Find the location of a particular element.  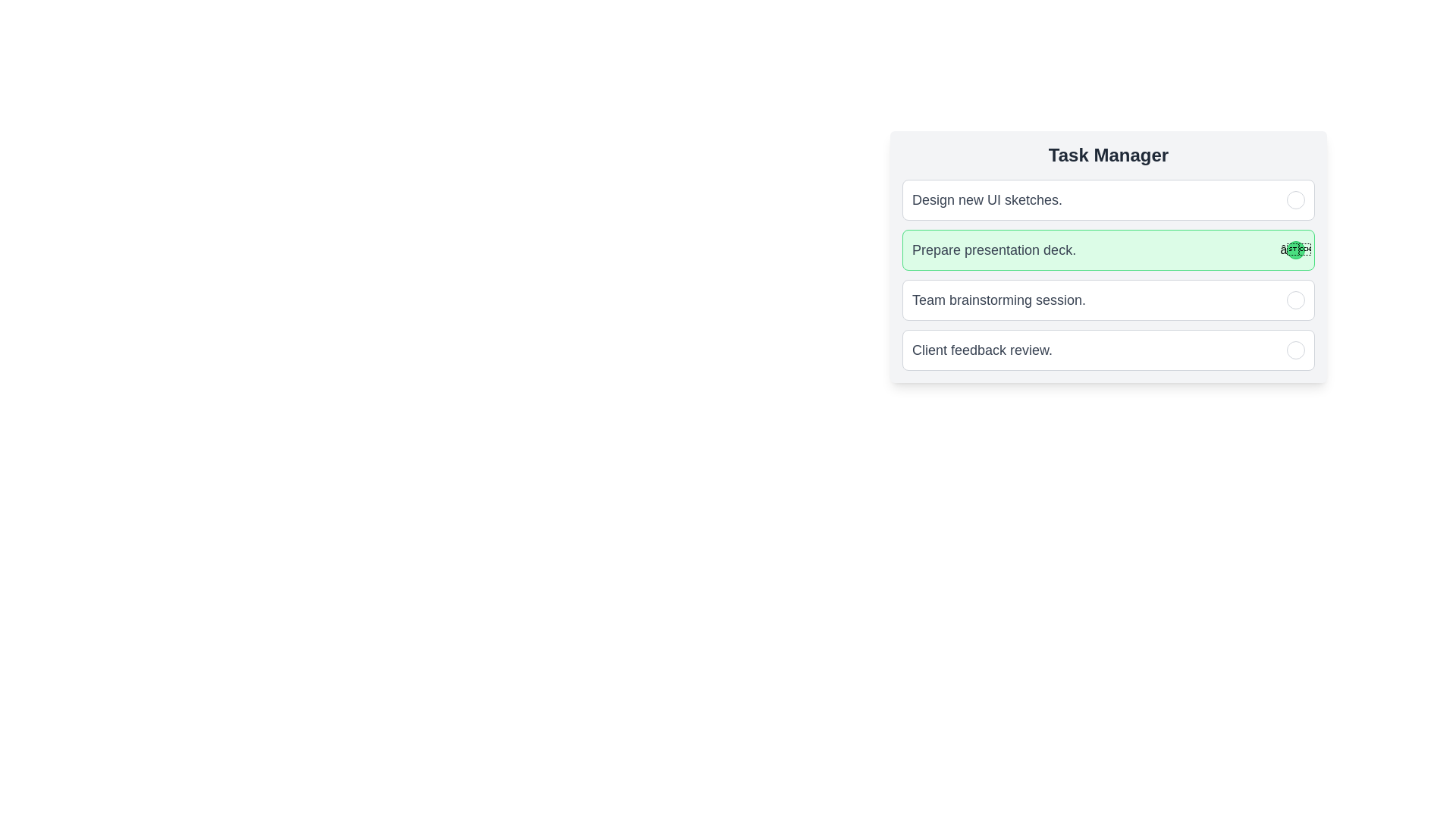

the completed task item labeled 'Prepare presentation deck' in the 'Task Manager' module is located at coordinates (1109, 275).